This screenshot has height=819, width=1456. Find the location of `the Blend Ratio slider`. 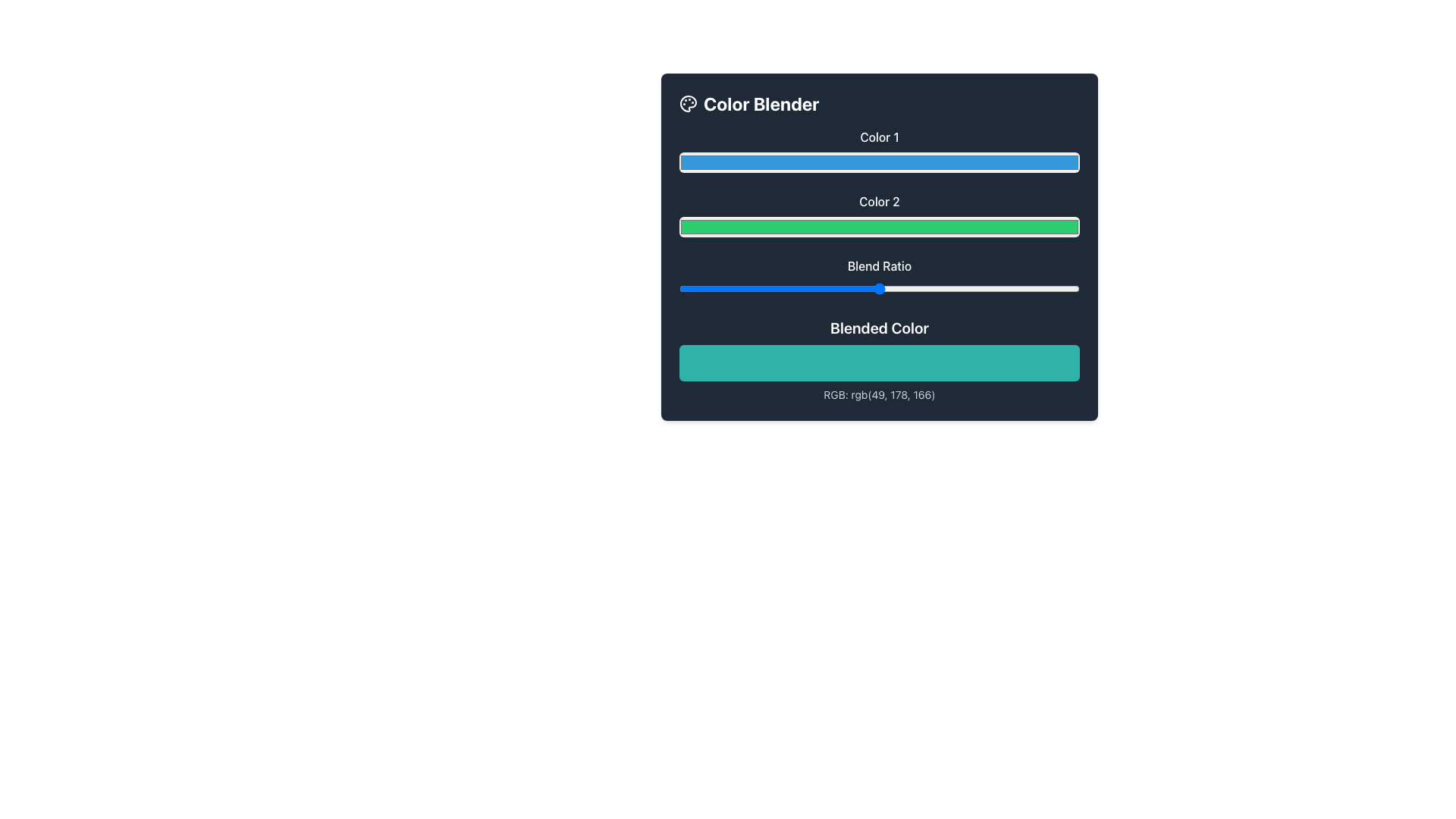

the Blend Ratio slider is located at coordinates (702, 289).